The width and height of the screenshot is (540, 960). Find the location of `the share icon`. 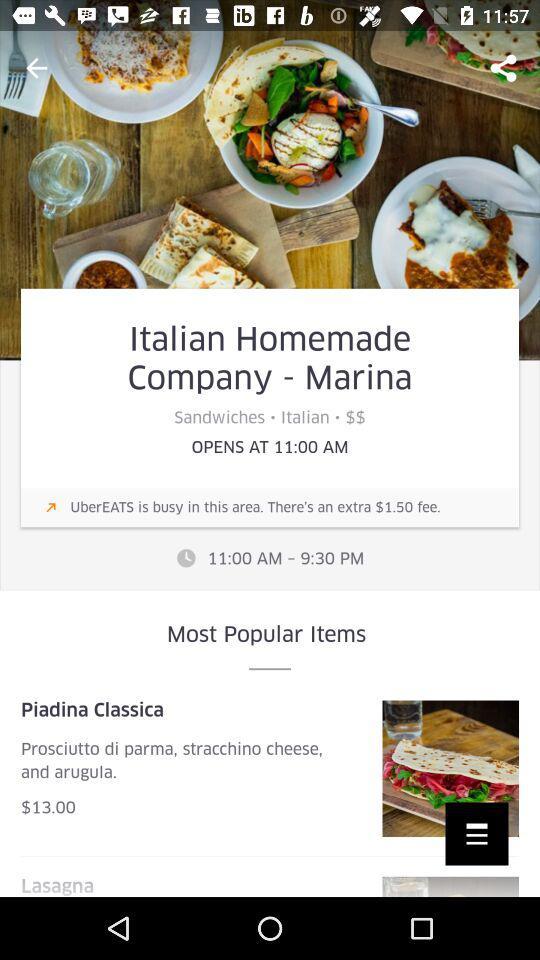

the share icon is located at coordinates (502, 68).